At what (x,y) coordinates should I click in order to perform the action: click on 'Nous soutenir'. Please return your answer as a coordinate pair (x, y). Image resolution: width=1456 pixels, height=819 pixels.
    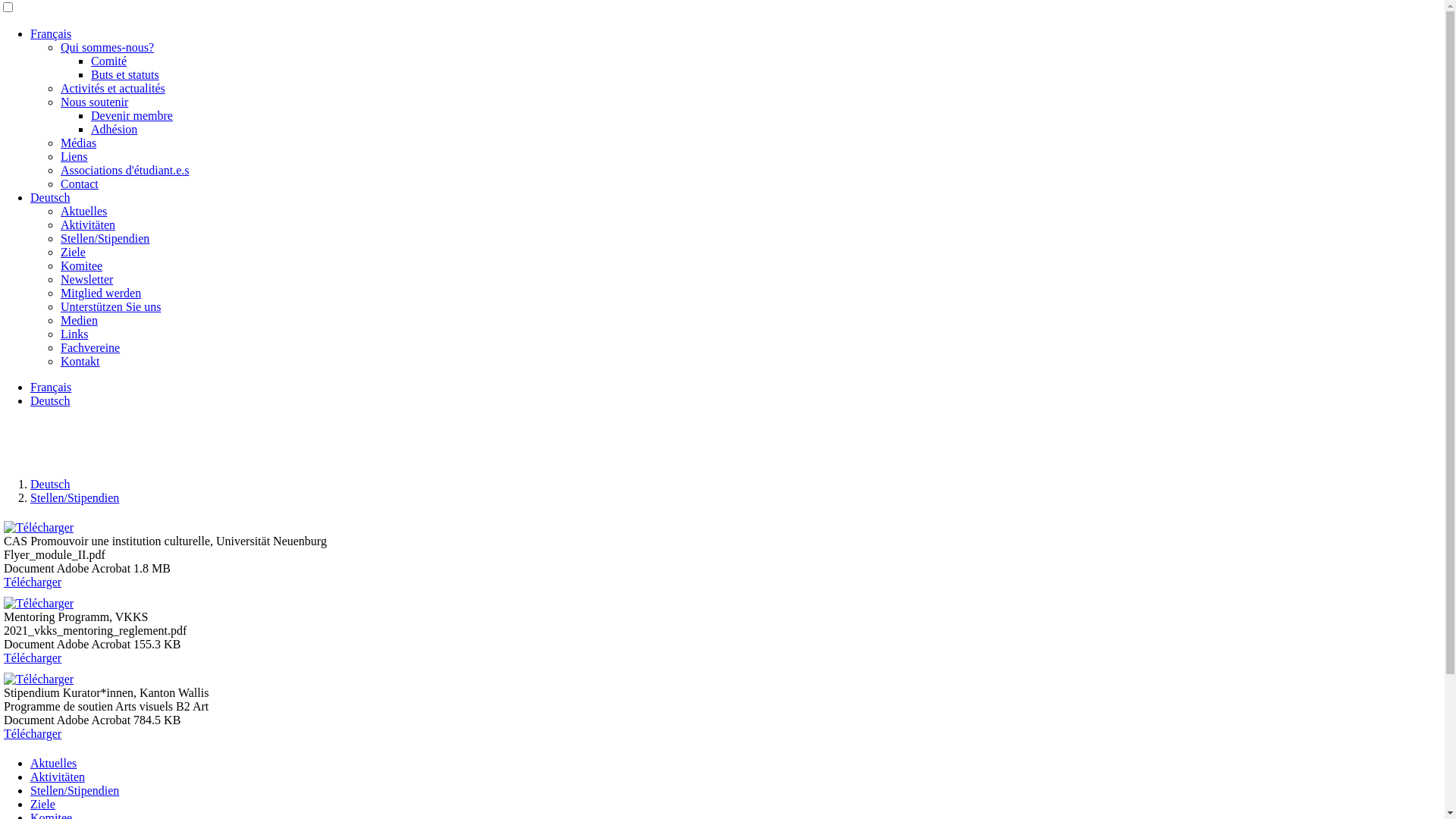
    Looking at the image, I should click on (93, 102).